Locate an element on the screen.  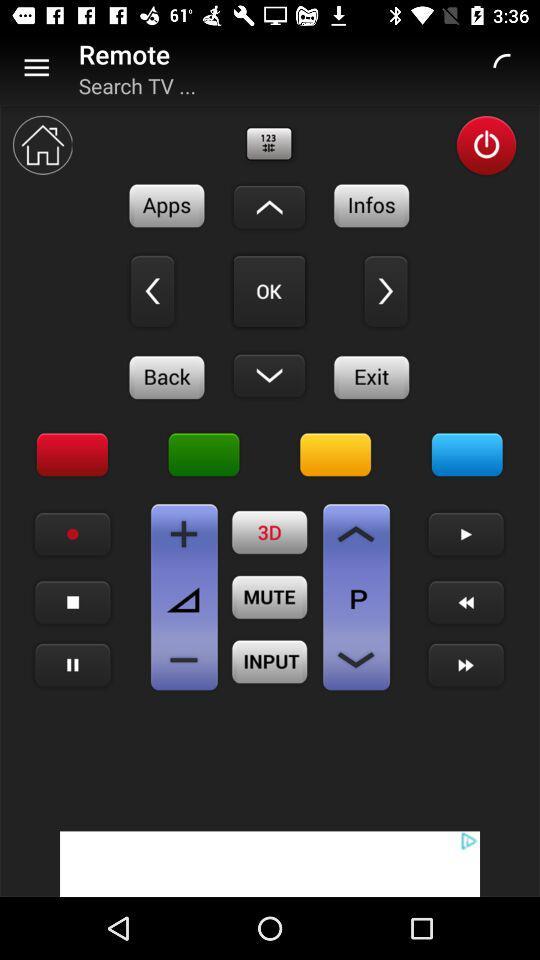
button is located at coordinates (466, 533).